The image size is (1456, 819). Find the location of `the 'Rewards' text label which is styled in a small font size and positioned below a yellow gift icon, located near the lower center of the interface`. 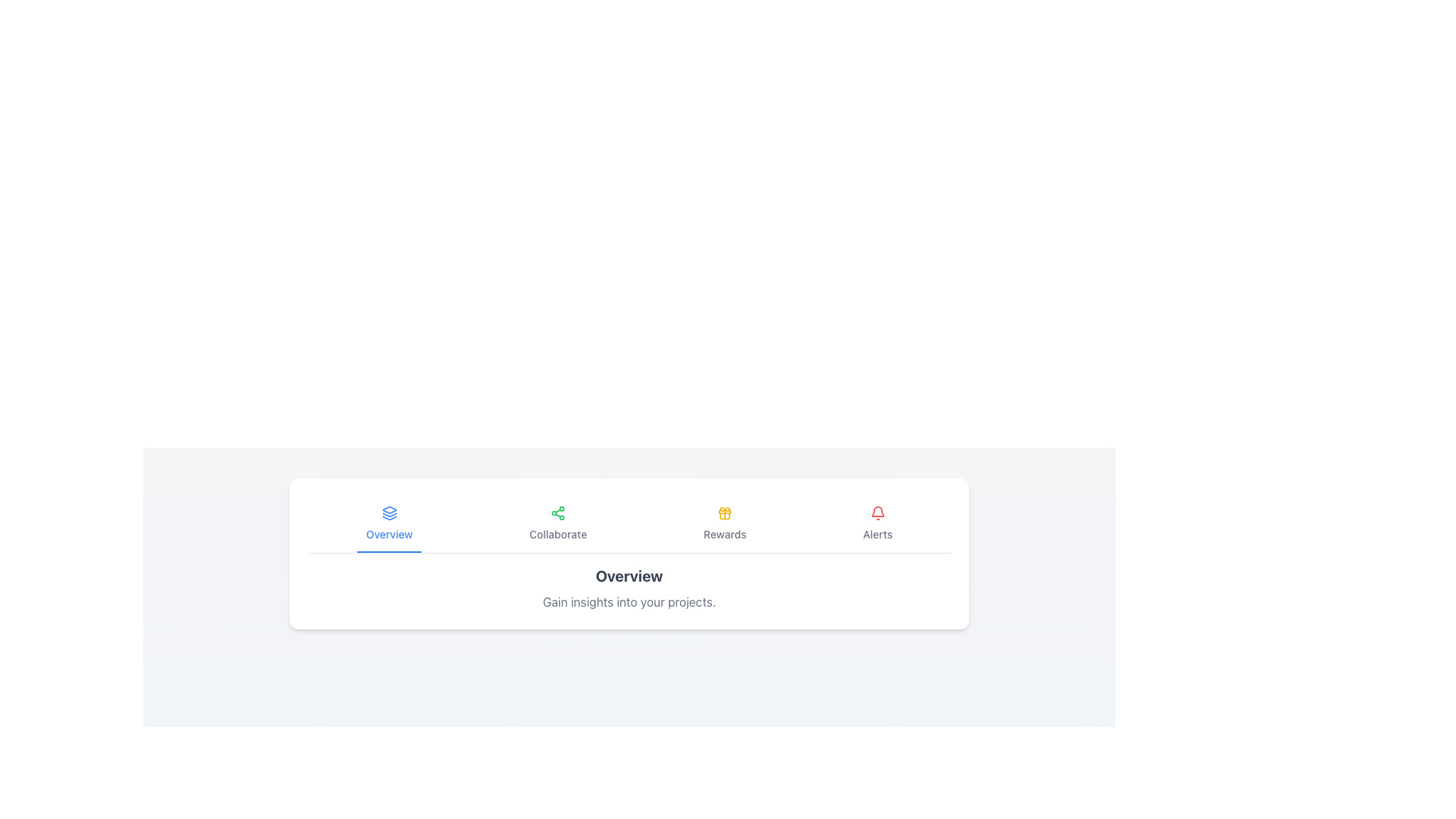

the 'Rewards' text label which is styled in a small font size and positioned below a yellow gift icon, located near the lower center of the interface is located at coordinates (724, 534).